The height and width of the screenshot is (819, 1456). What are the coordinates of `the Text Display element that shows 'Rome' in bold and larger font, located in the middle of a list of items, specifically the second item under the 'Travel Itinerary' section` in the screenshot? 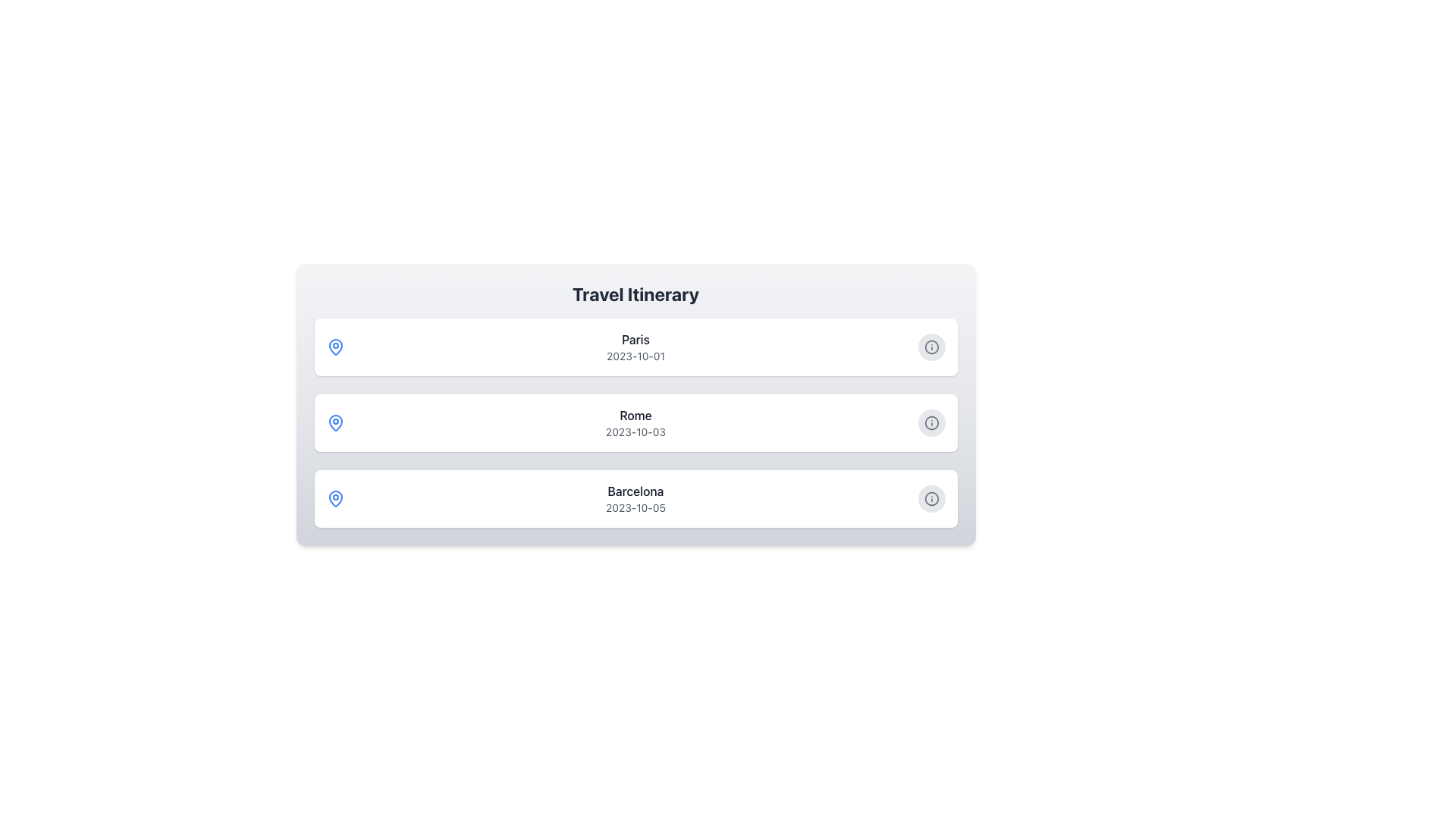 It's located at (635, 423).